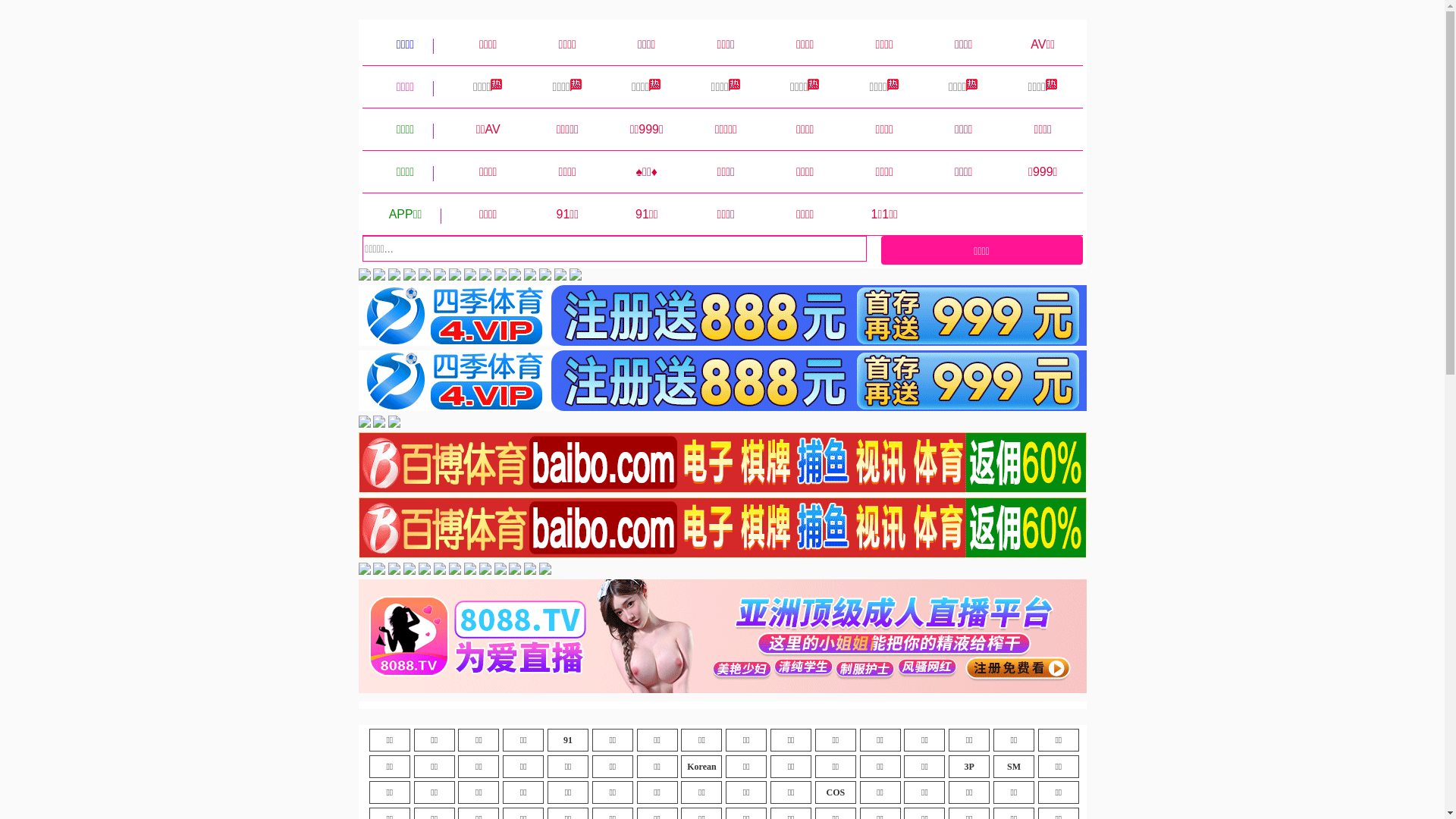  I want to click on 'COS', so click(835, 792).